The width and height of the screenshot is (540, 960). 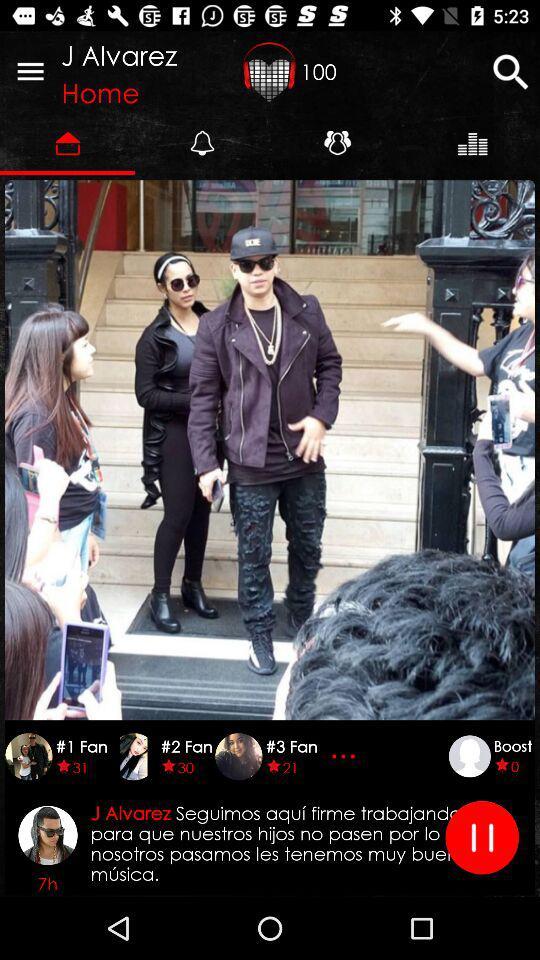 What do you see at coordinates (270, 71) in the screenshot?
I see `icon next to the j alvarez` at bounding box center [270, 71].